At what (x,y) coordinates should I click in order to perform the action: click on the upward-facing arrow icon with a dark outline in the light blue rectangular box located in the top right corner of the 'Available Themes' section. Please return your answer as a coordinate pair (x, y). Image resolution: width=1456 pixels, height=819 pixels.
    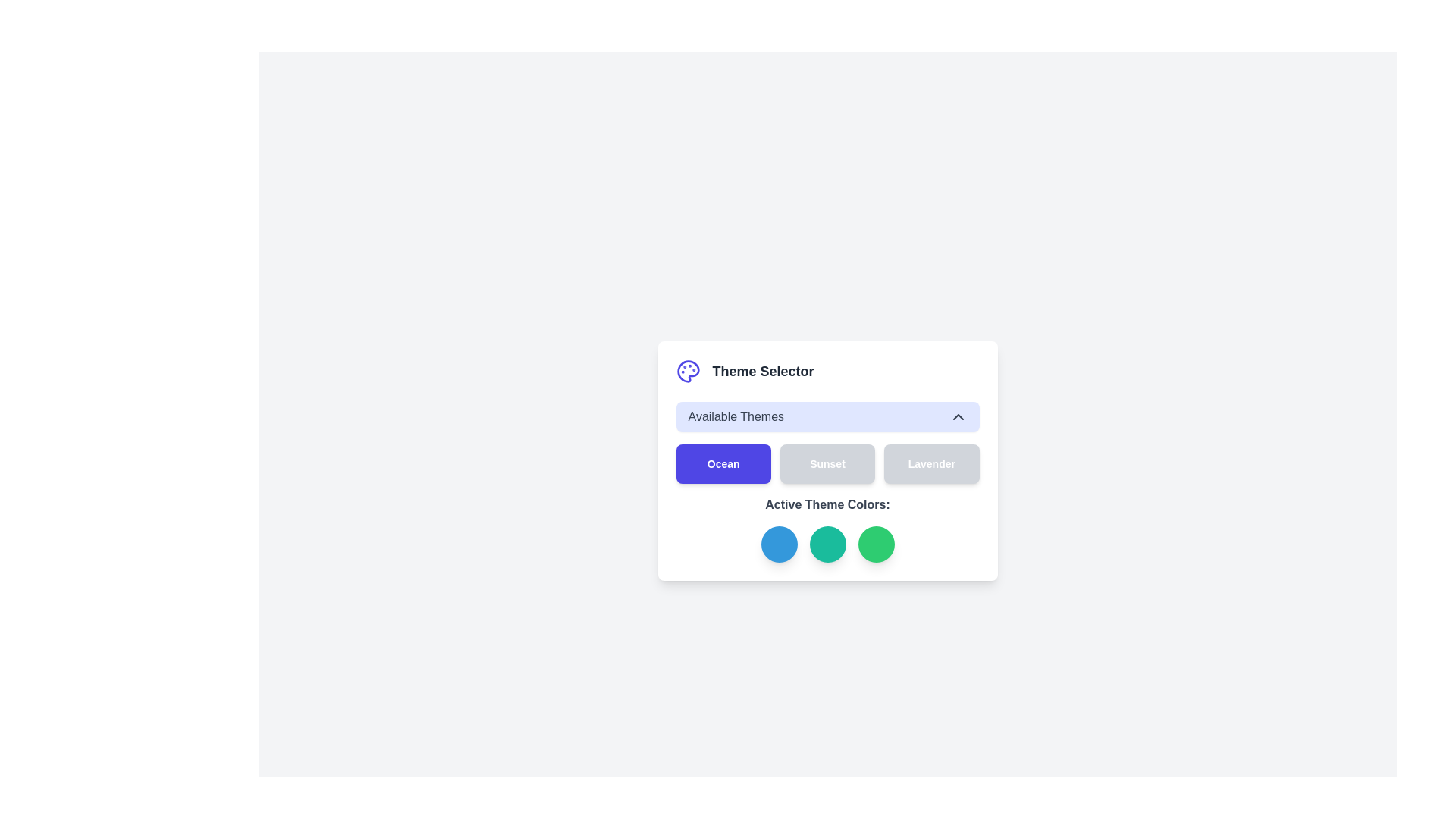
    Looking at the image, I should click on (957, 417).